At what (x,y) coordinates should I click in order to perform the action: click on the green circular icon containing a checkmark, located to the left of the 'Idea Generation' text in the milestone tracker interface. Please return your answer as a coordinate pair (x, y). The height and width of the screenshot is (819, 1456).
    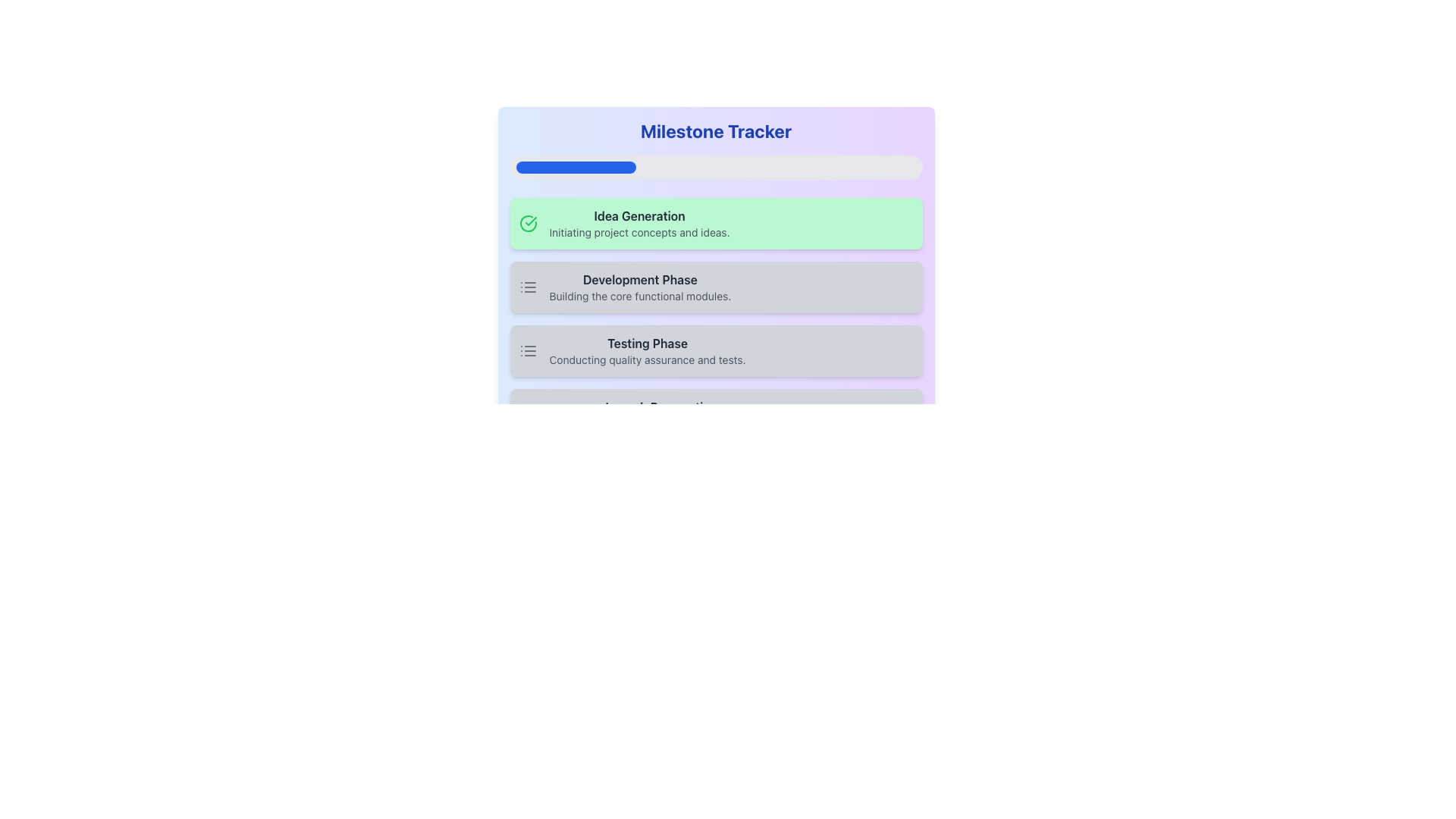
    Looking at the image, I should click on (528, 223).